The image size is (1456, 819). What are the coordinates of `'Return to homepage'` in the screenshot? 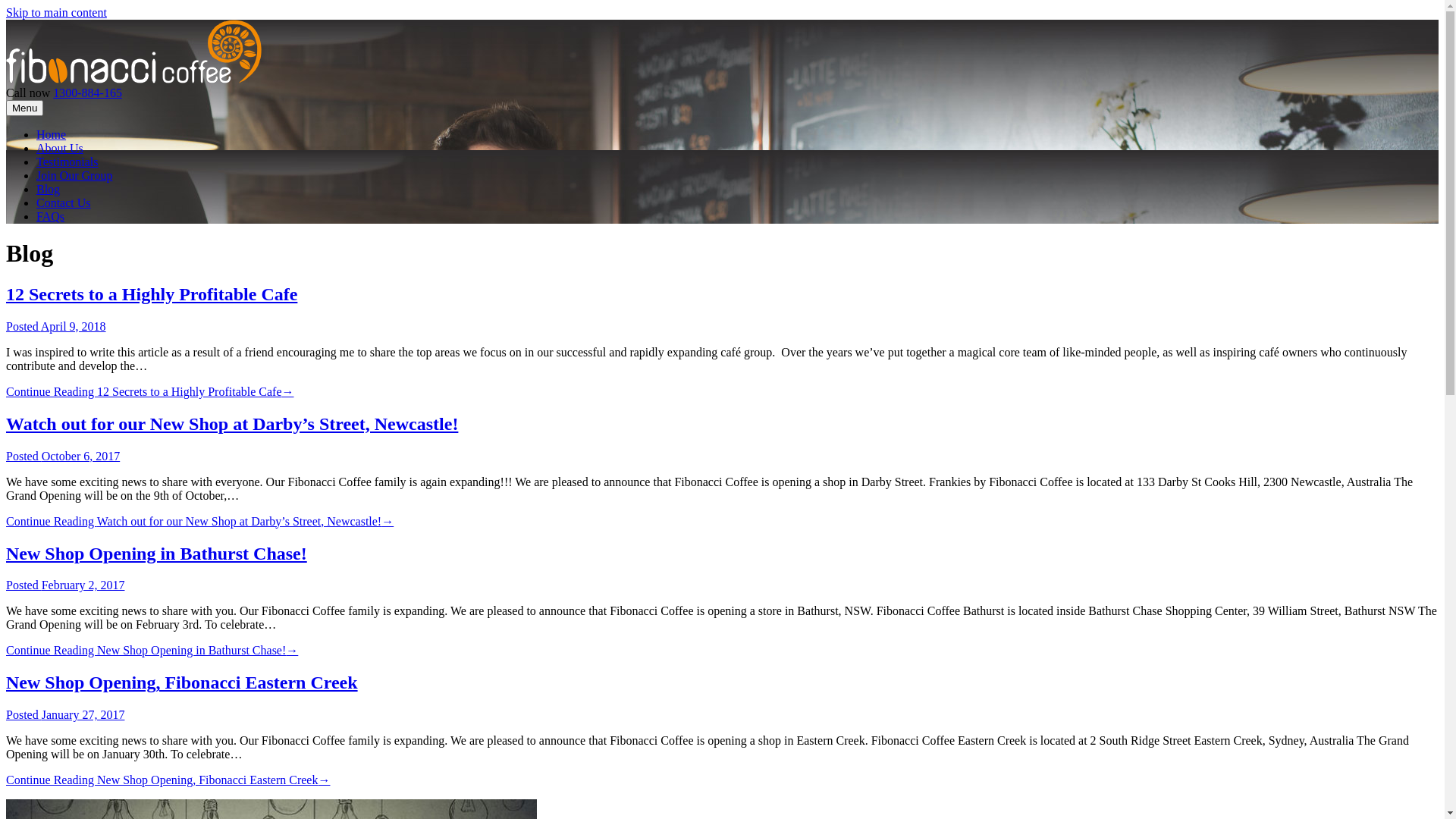 It's located at (133, 79).